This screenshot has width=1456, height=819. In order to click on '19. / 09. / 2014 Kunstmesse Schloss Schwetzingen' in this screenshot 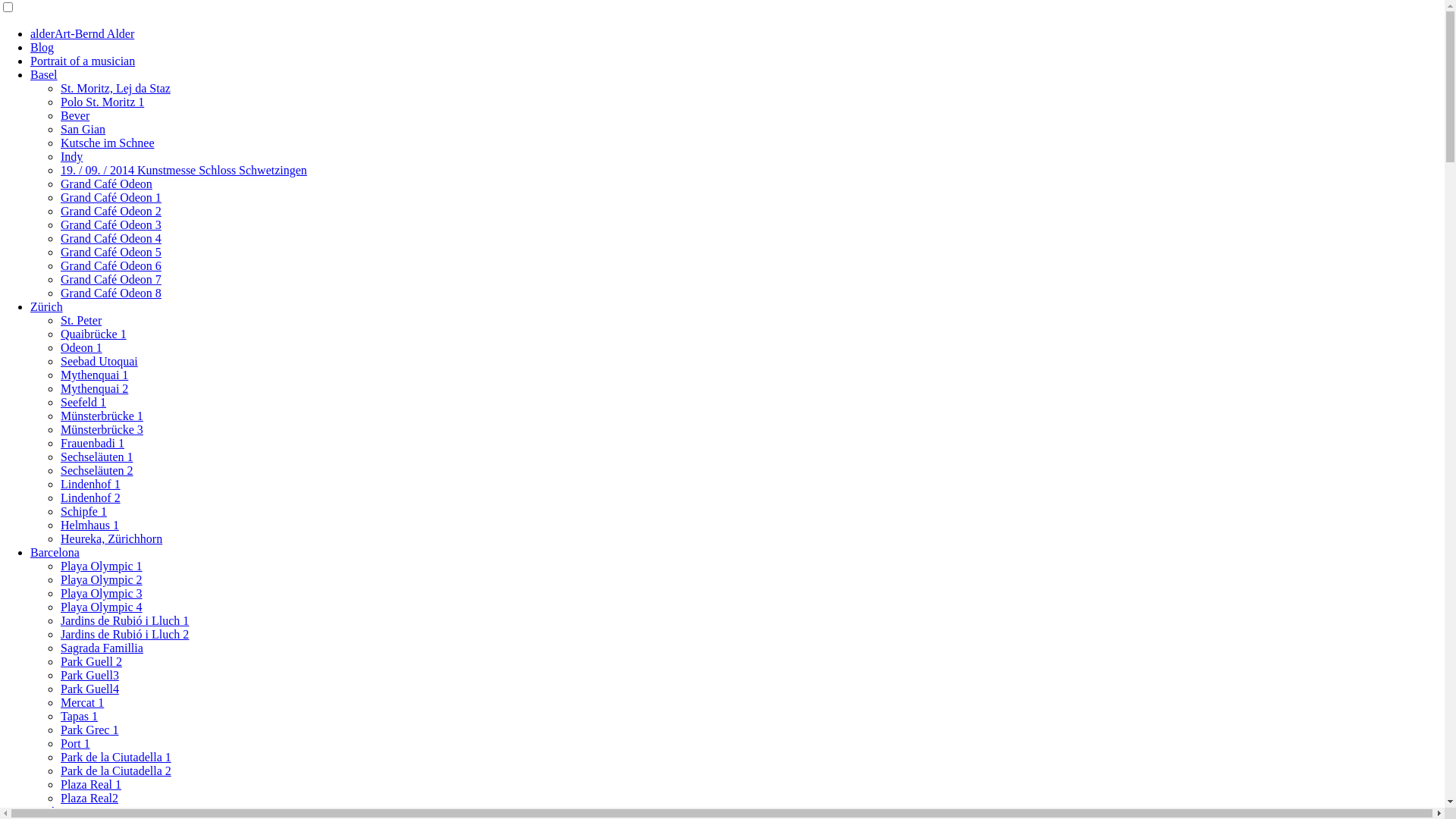, I will do `click(183, 170)`.